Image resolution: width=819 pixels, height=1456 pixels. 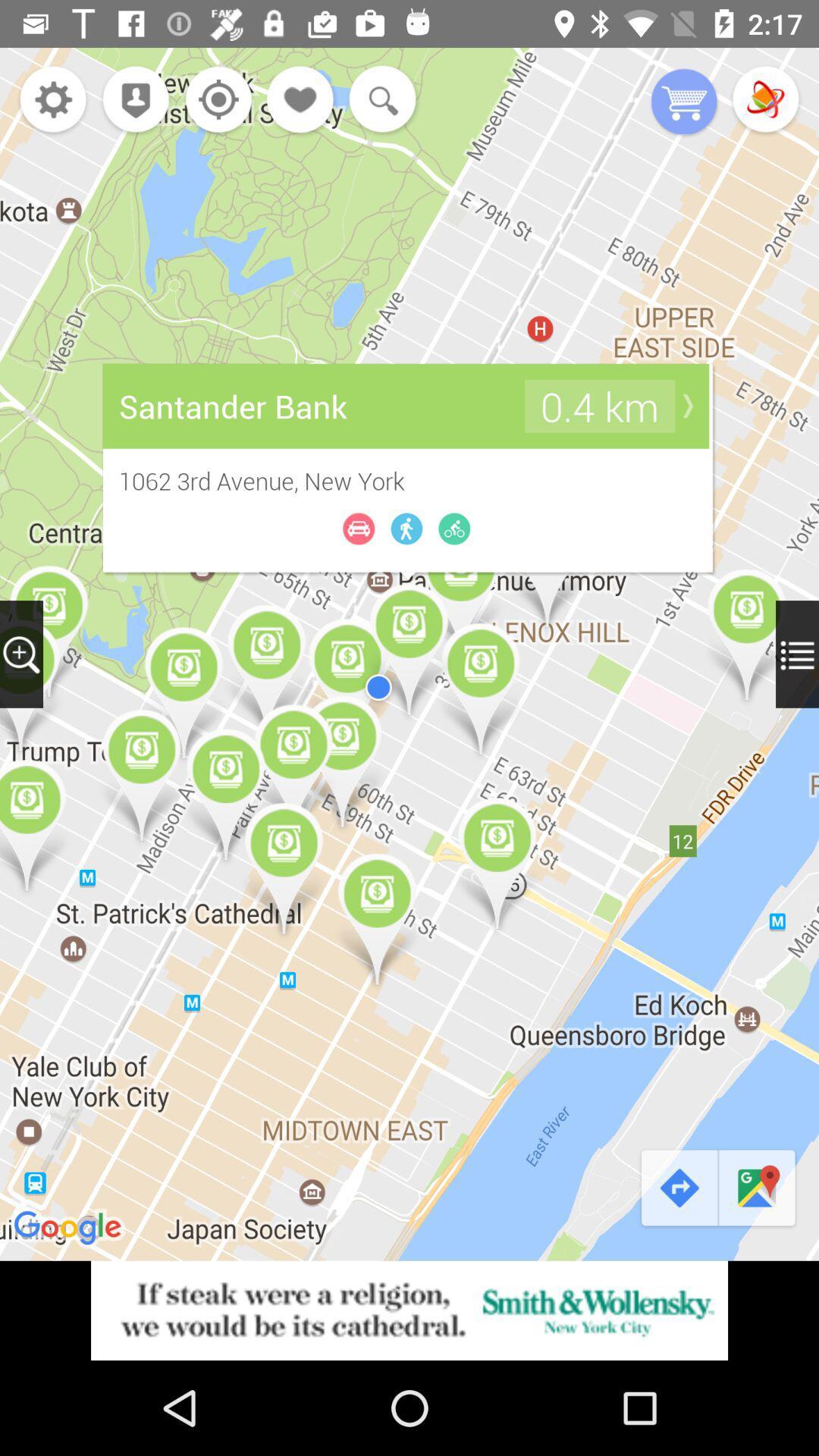 What do you see at coordinates (215, 100) in the screenshot?
I see `navigate my location button` at bounding box center [215, 100].